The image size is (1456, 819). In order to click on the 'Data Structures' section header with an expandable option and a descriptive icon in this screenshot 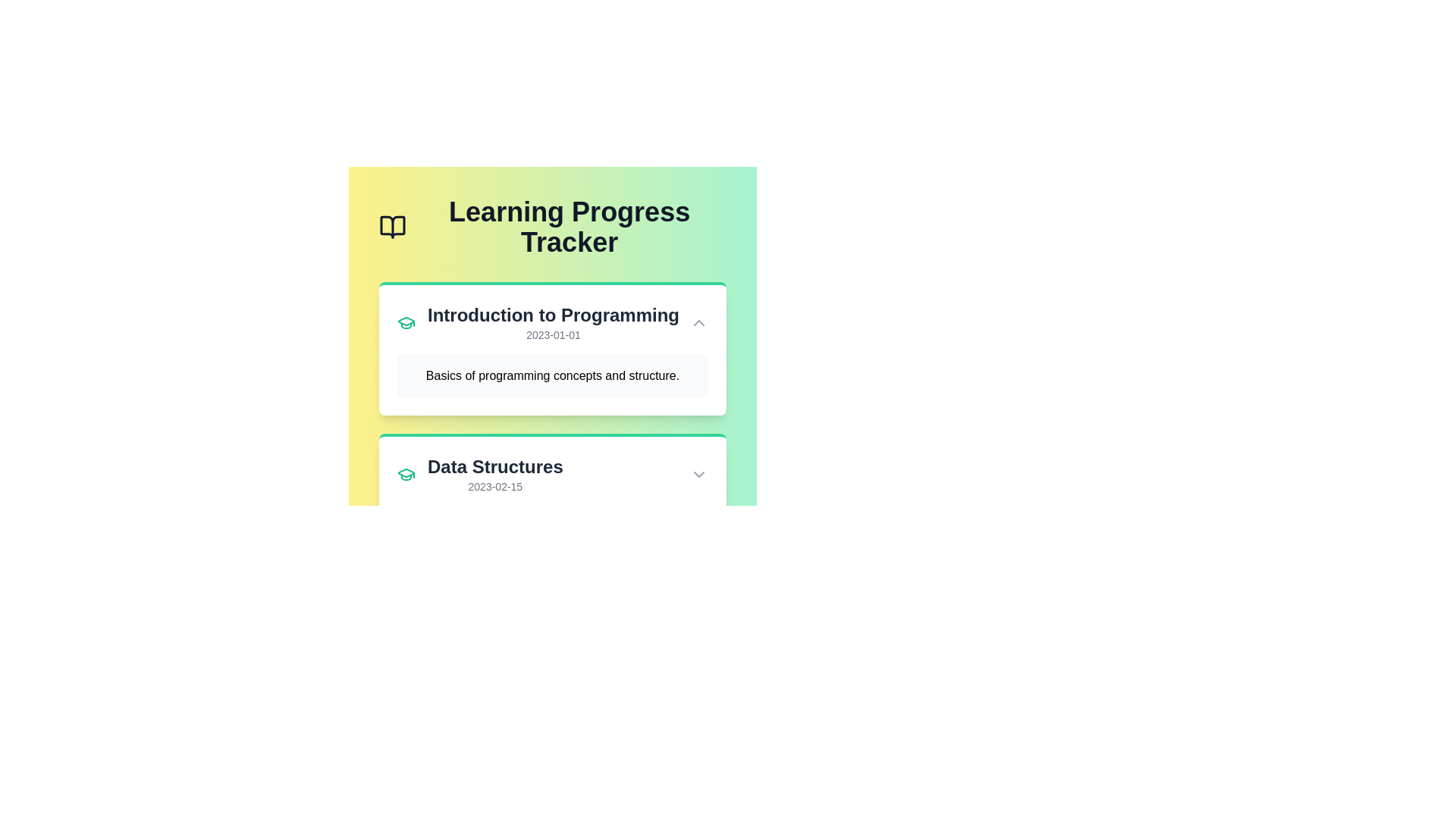, I will do `click(552, 473)`.